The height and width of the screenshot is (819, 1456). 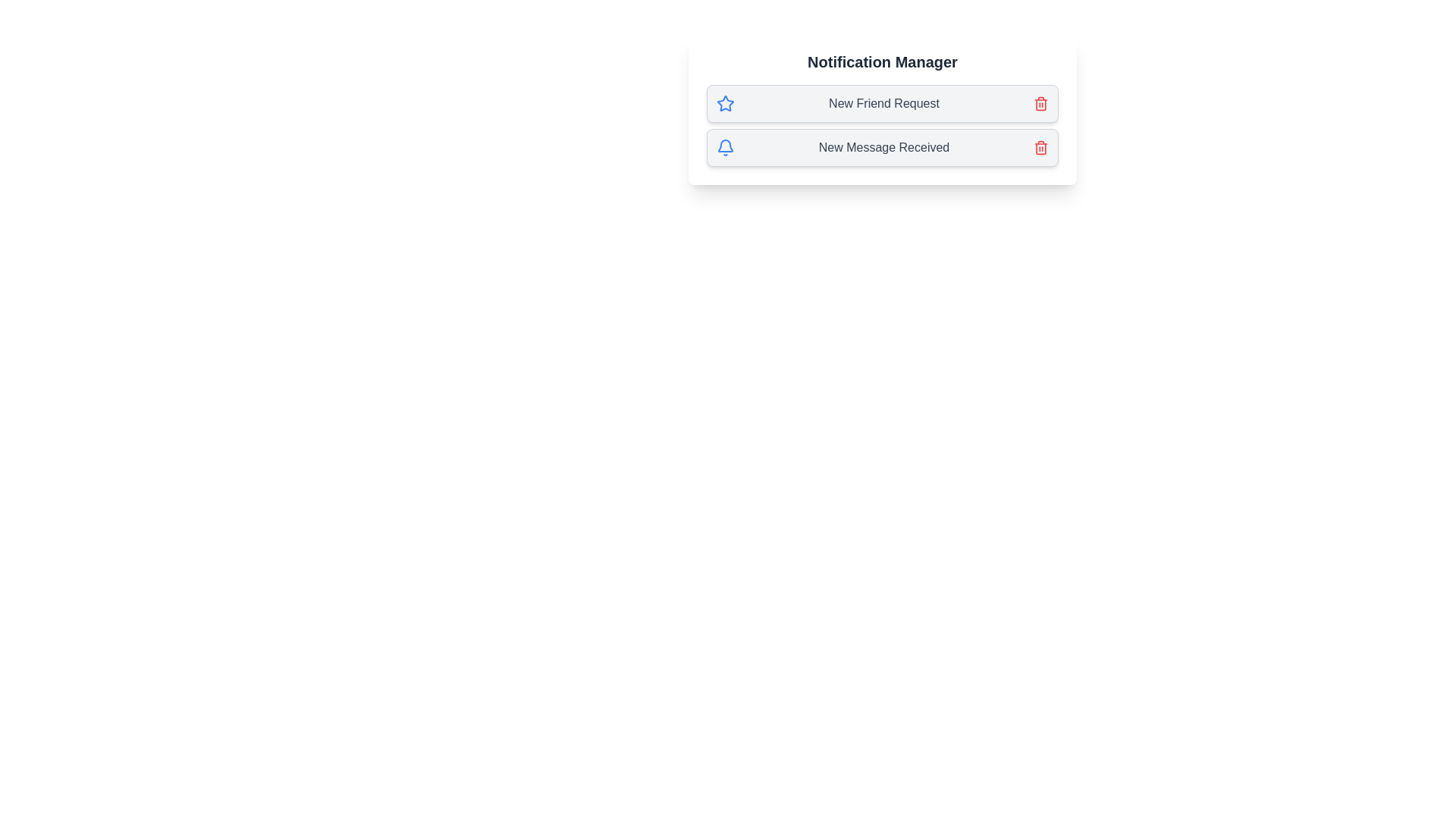 I want to click on the notification New Friend Request to view hover effects, so click(x=882, y=103).